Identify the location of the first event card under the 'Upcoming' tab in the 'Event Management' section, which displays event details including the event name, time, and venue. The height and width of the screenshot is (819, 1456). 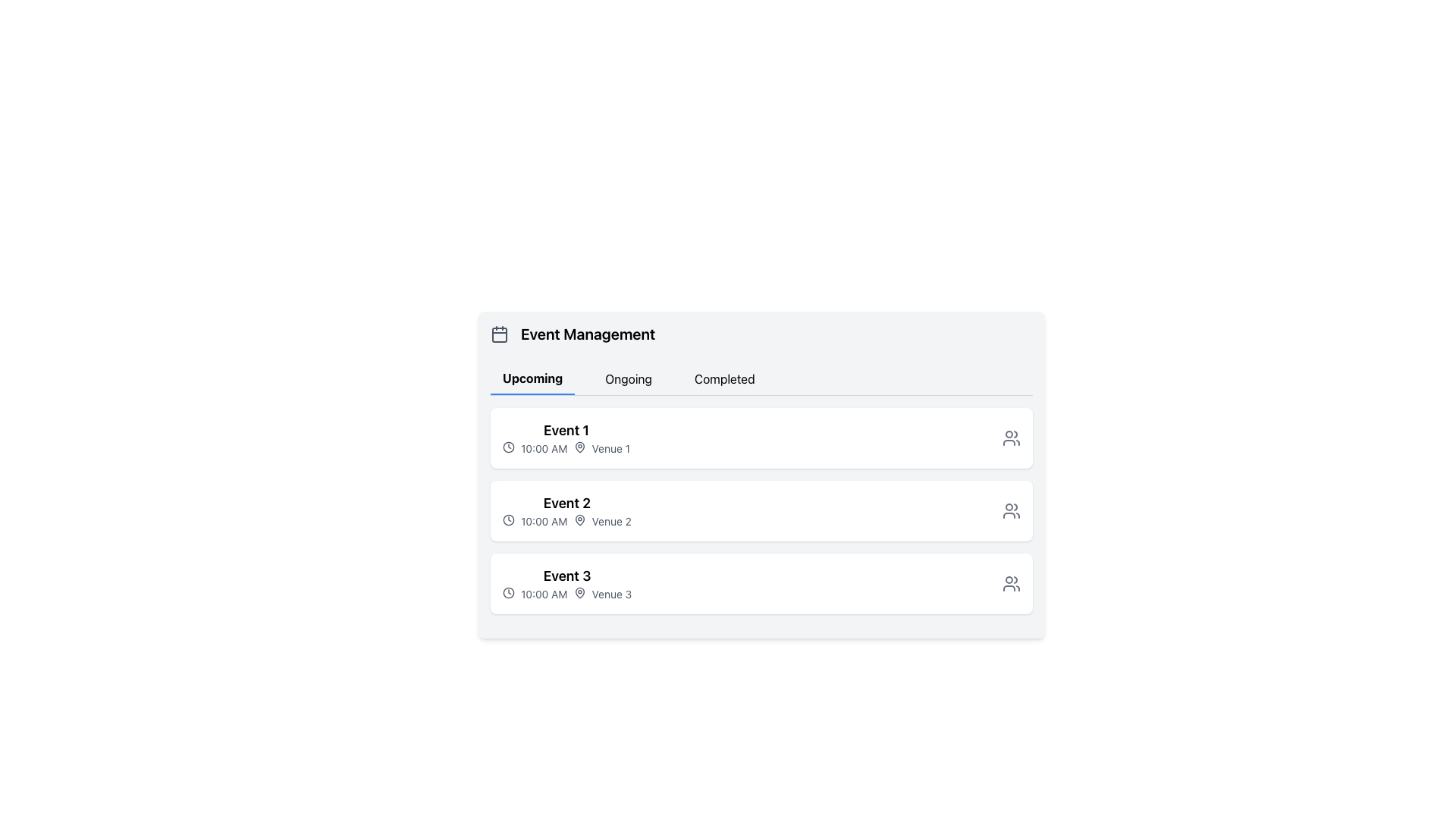
(761, 438).